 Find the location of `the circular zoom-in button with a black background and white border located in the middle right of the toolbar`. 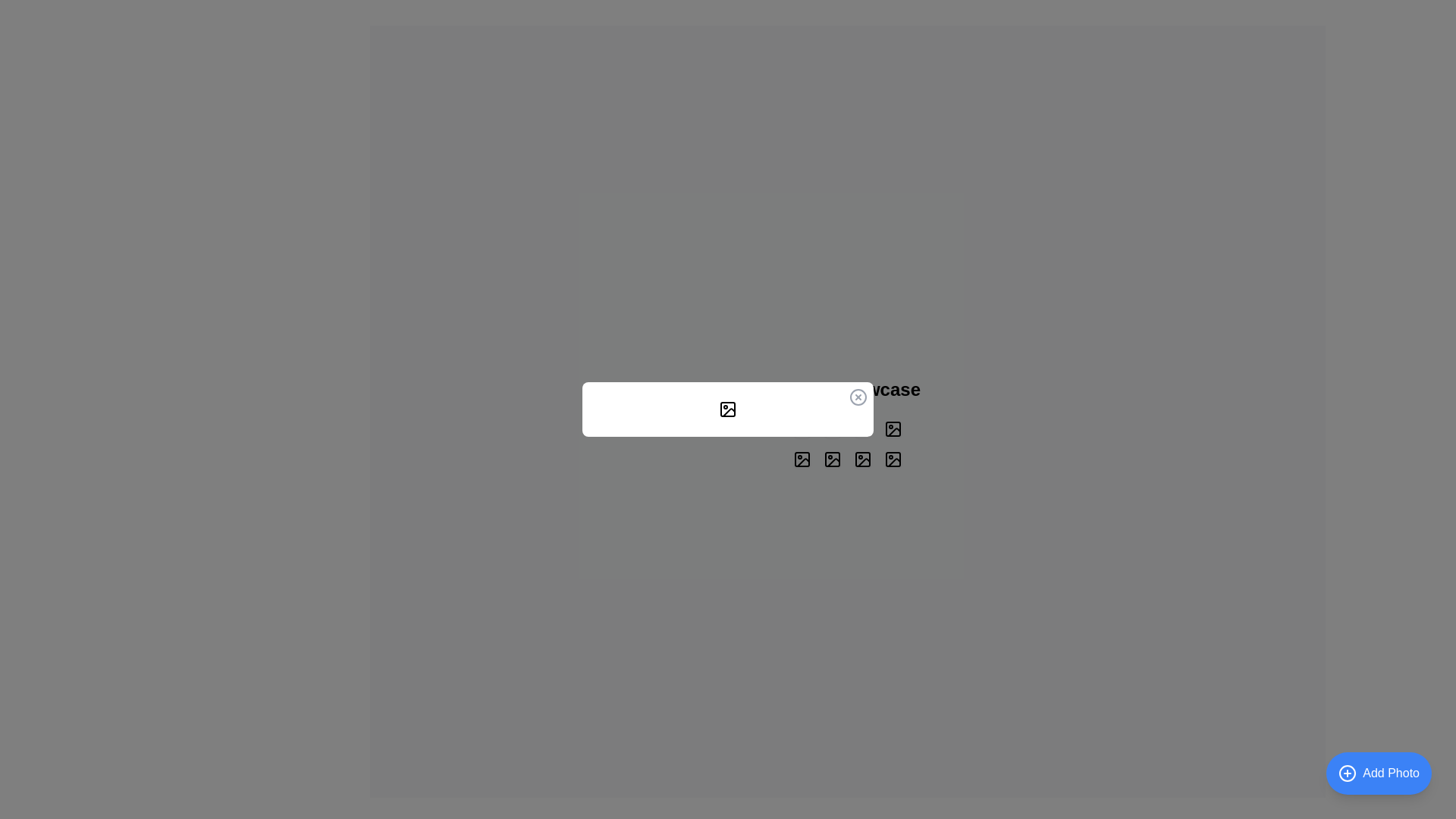

the circular zoom-in button with a black background and white border located in the middle right of the toolbar is located at coordinates (801, 429).